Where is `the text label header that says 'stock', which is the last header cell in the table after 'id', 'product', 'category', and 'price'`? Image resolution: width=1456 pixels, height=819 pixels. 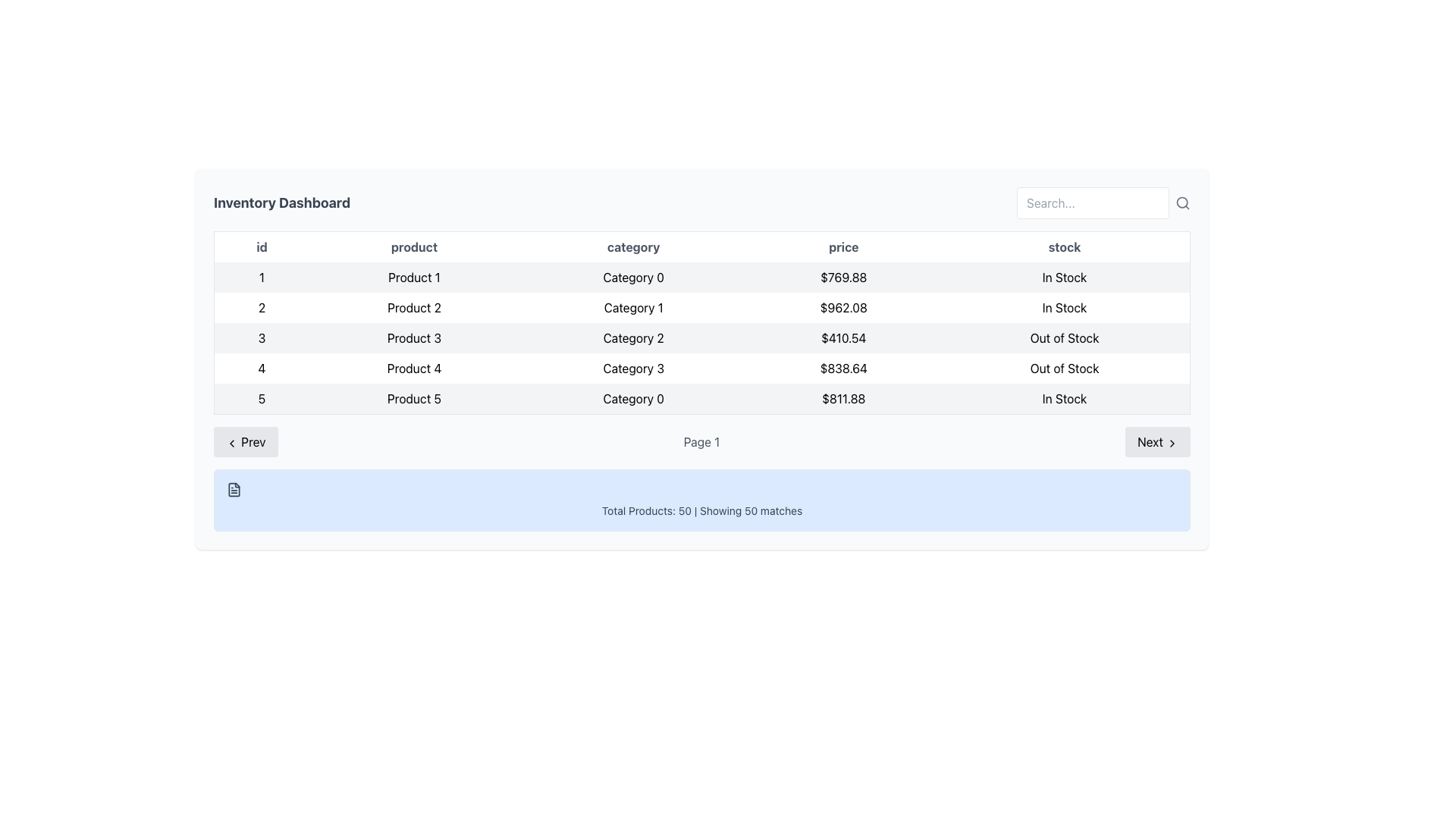
the text label header that says 'stock', which is the last header cell in the table after 'id', 'product', 'category', and 'price' is located at coordinates (1064, 246).